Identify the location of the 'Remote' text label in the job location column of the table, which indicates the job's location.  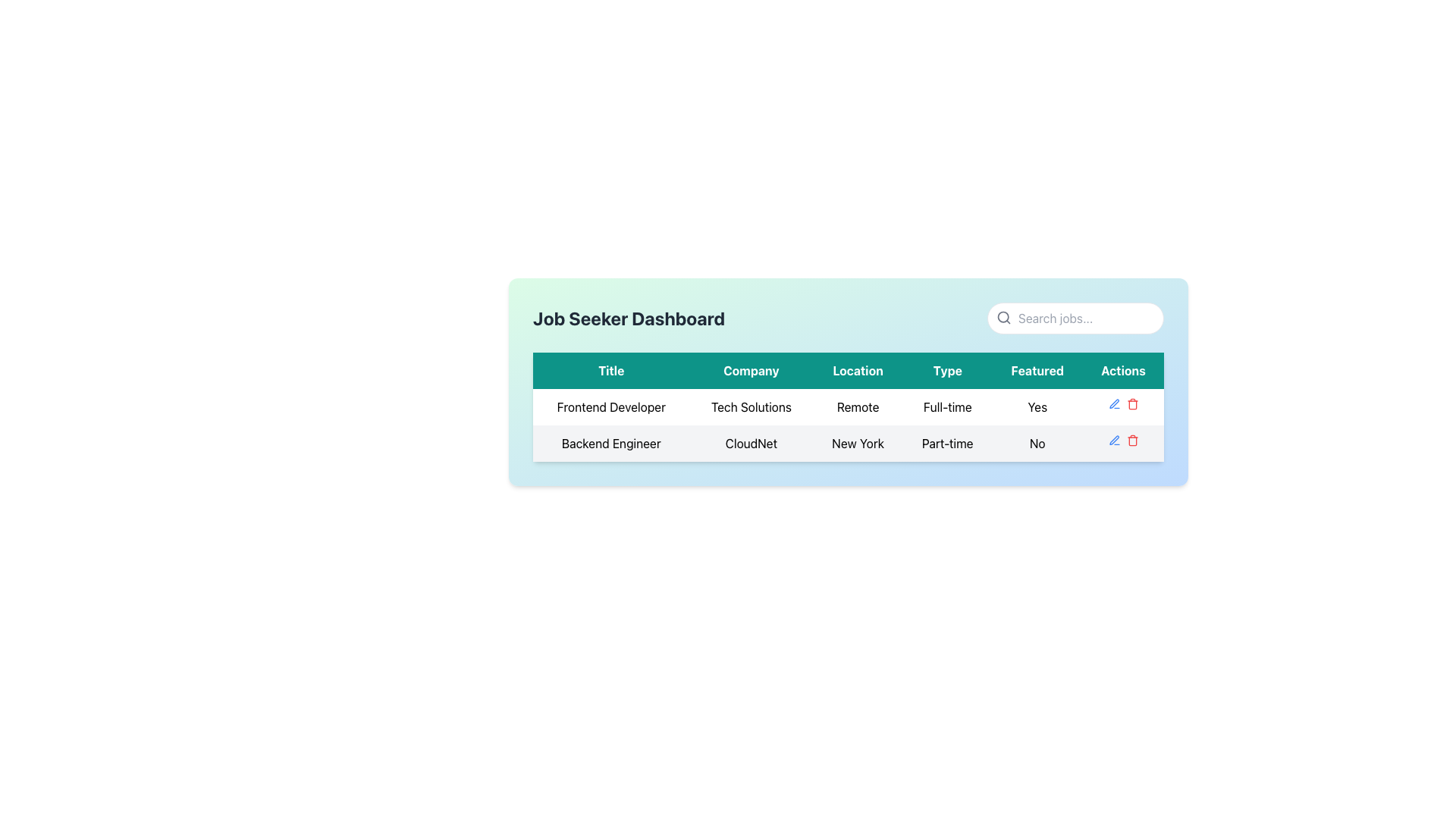
(858, 406).